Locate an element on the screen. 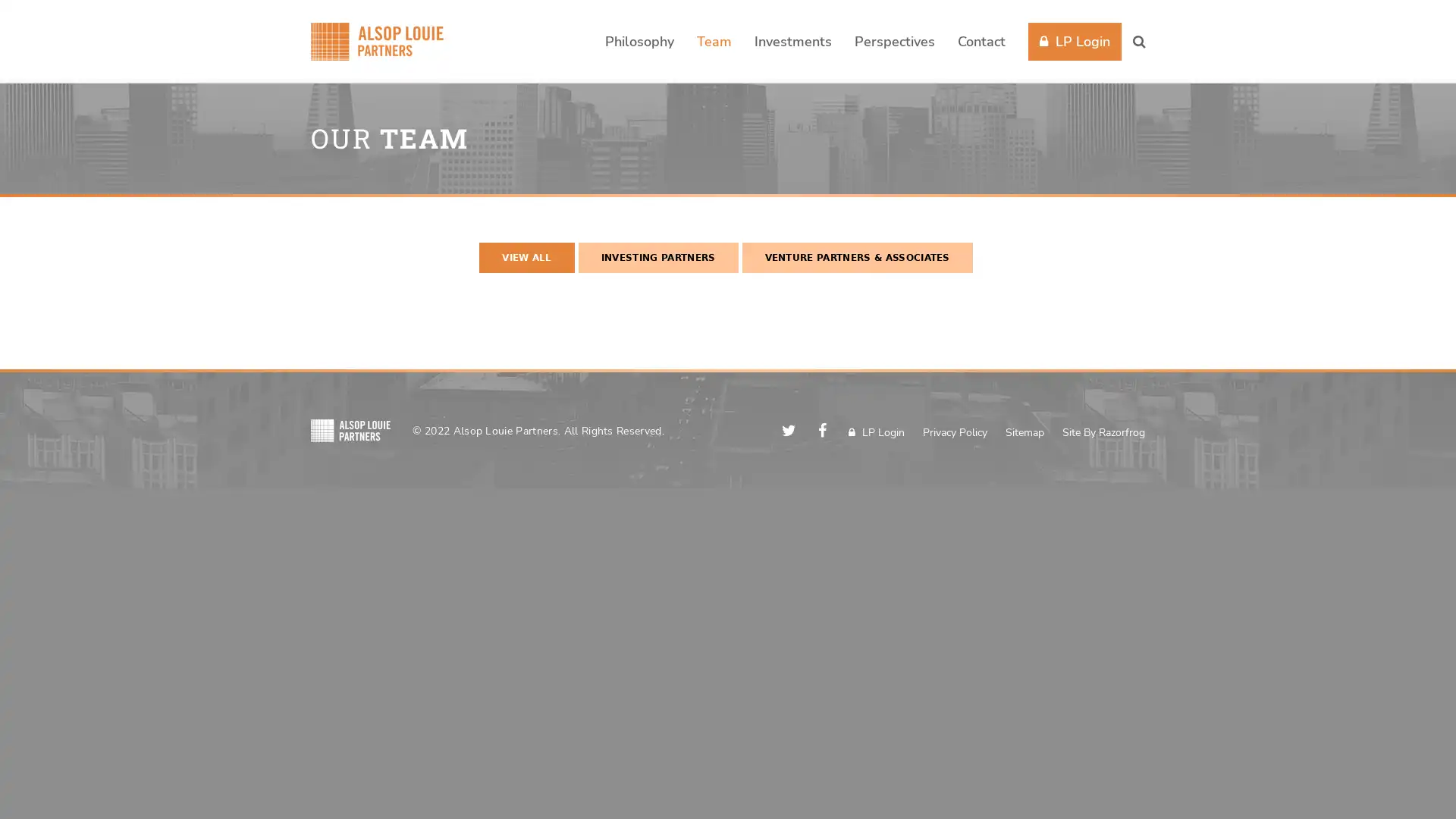  Search is located at coordinates (1139, 40).